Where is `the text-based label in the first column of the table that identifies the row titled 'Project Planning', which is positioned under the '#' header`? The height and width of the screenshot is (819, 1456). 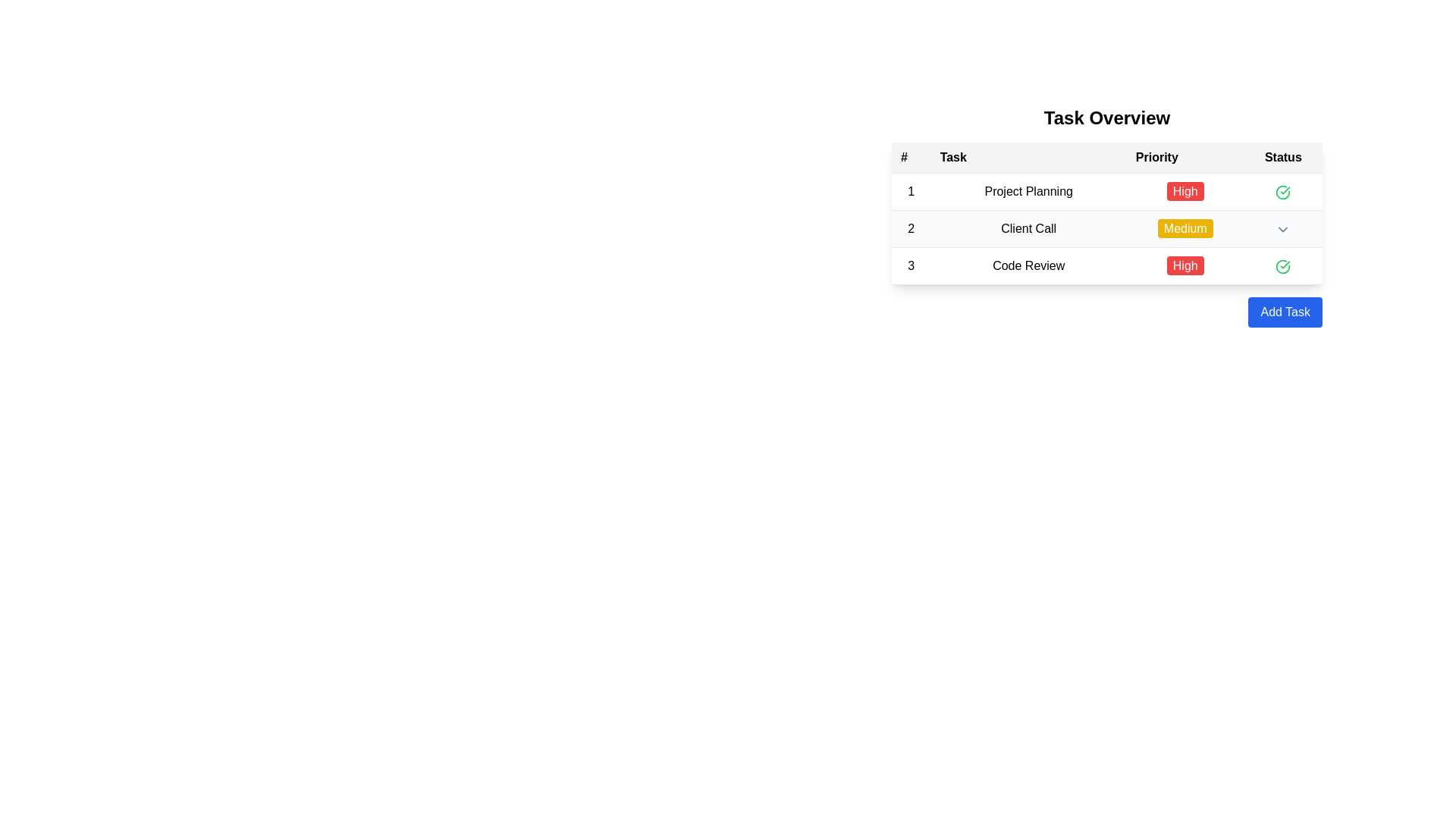 the text-based label in the first column of the table that identifies the row titled 'Project Planning', which is positioned under the '#' header is located at coordinates (910, 191).